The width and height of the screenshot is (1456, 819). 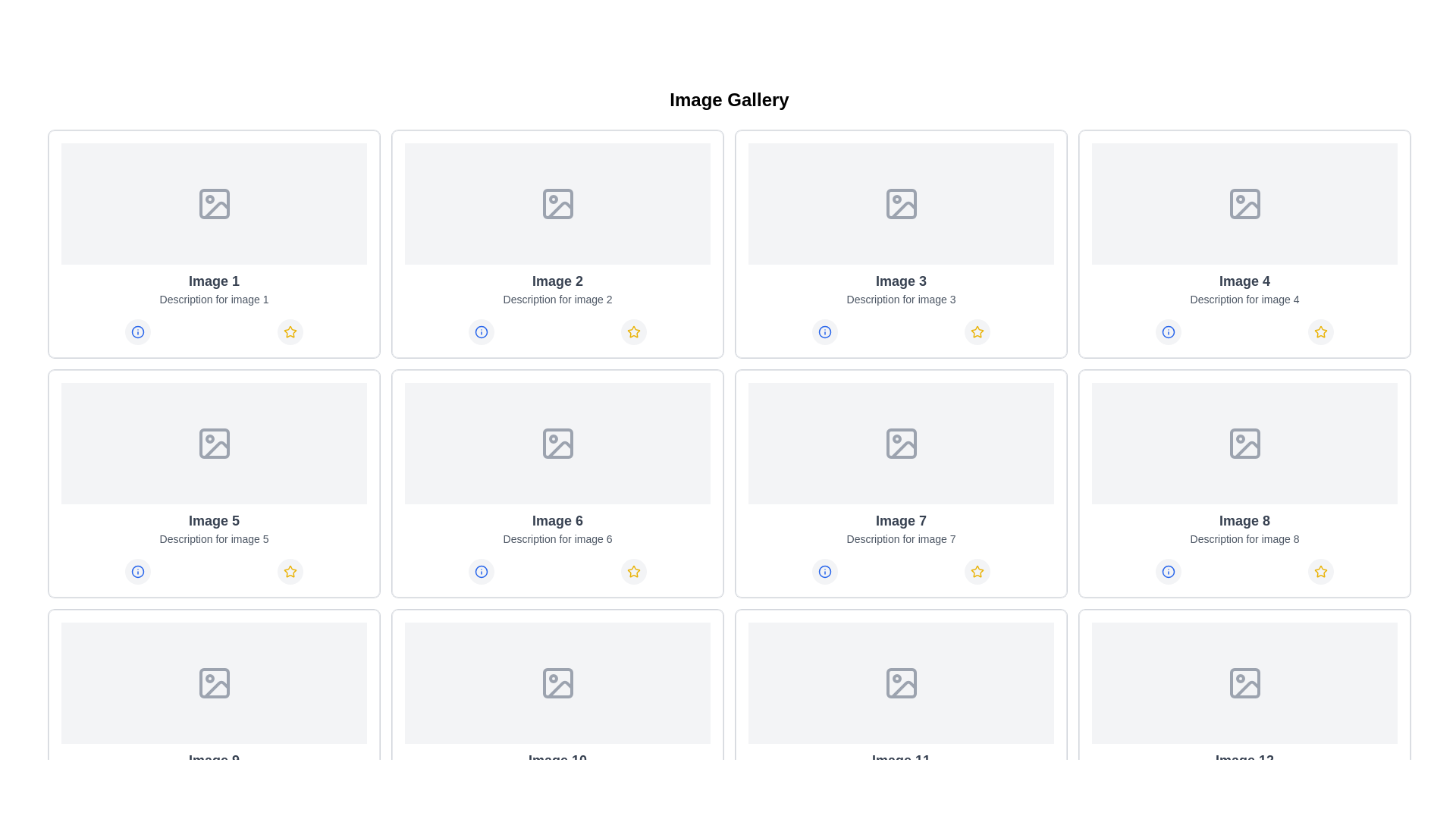 What do you see at coordinates (901, 444) in the screenshot?
I see `the graphical embellishment inside the picture icon of 'Image 7' located at the top-left corner` at bounding box center [901, 444].